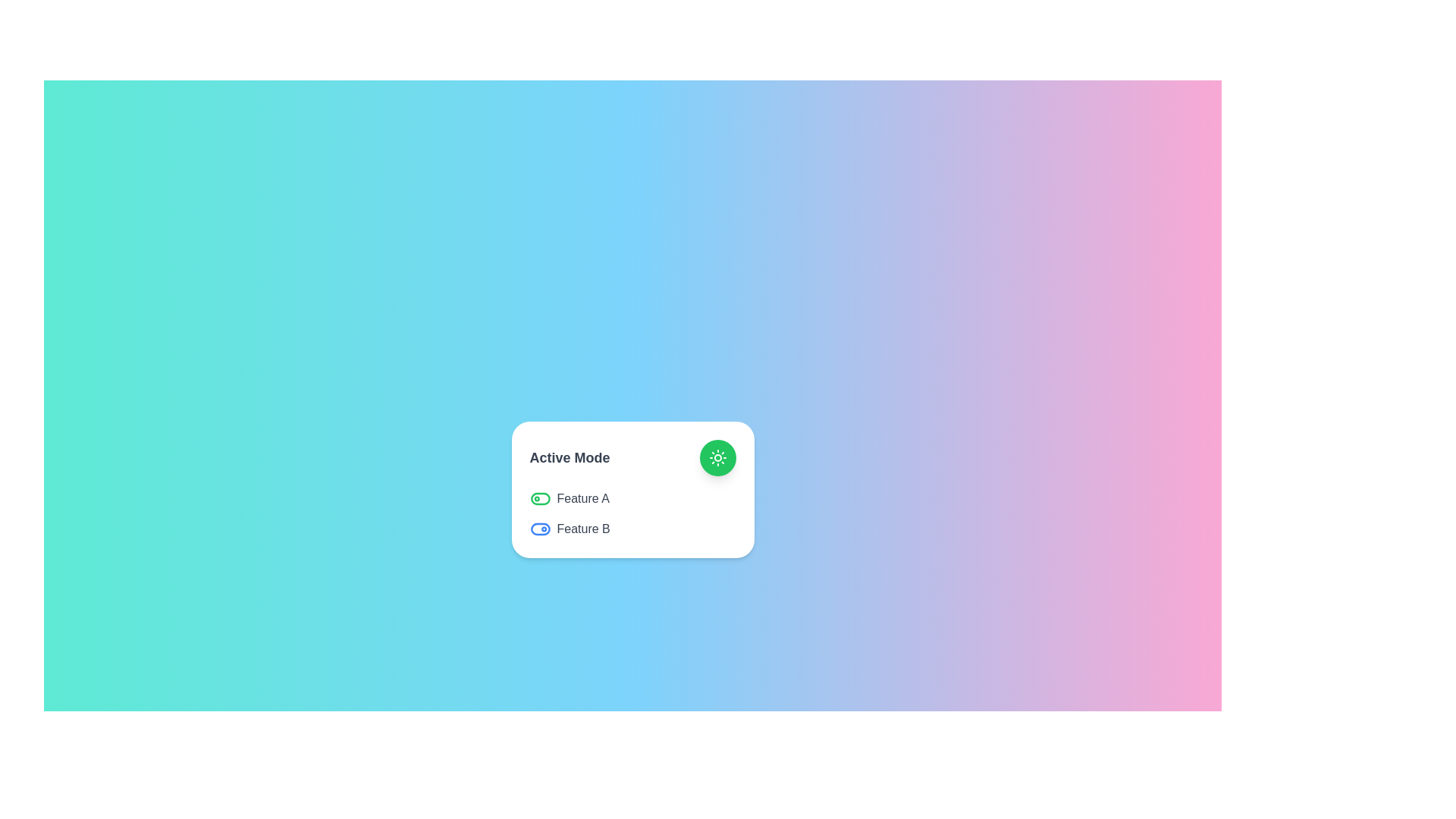  Describe the element at coordinates (540, 499) in the screenshot. I see `the appearance of the green rectangular background for the toggle switch located in the top-right area of the card labeled 'Active Mode'` at that location.